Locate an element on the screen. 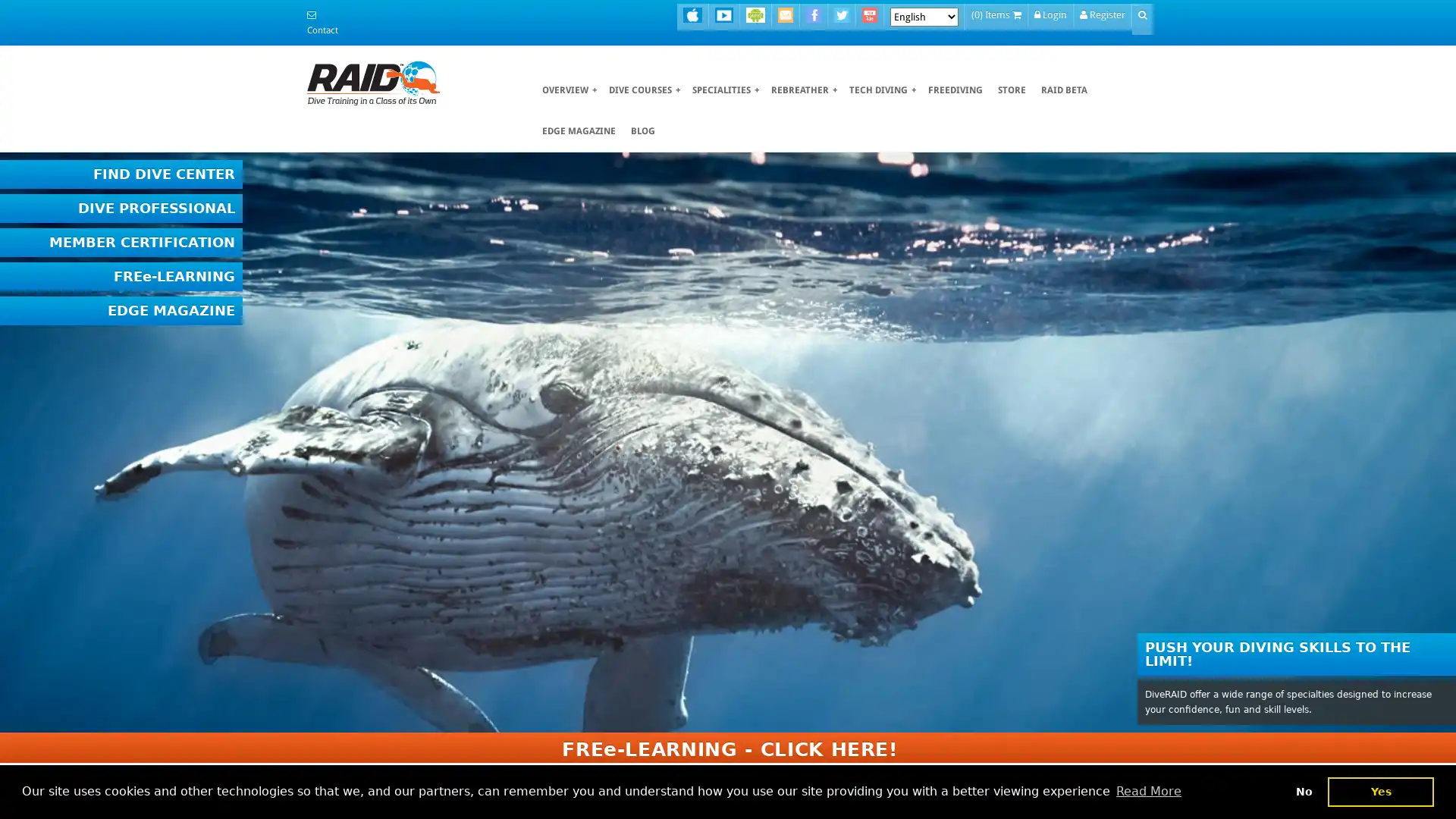  learn more about cookies is located at coordinates (1148, 791).